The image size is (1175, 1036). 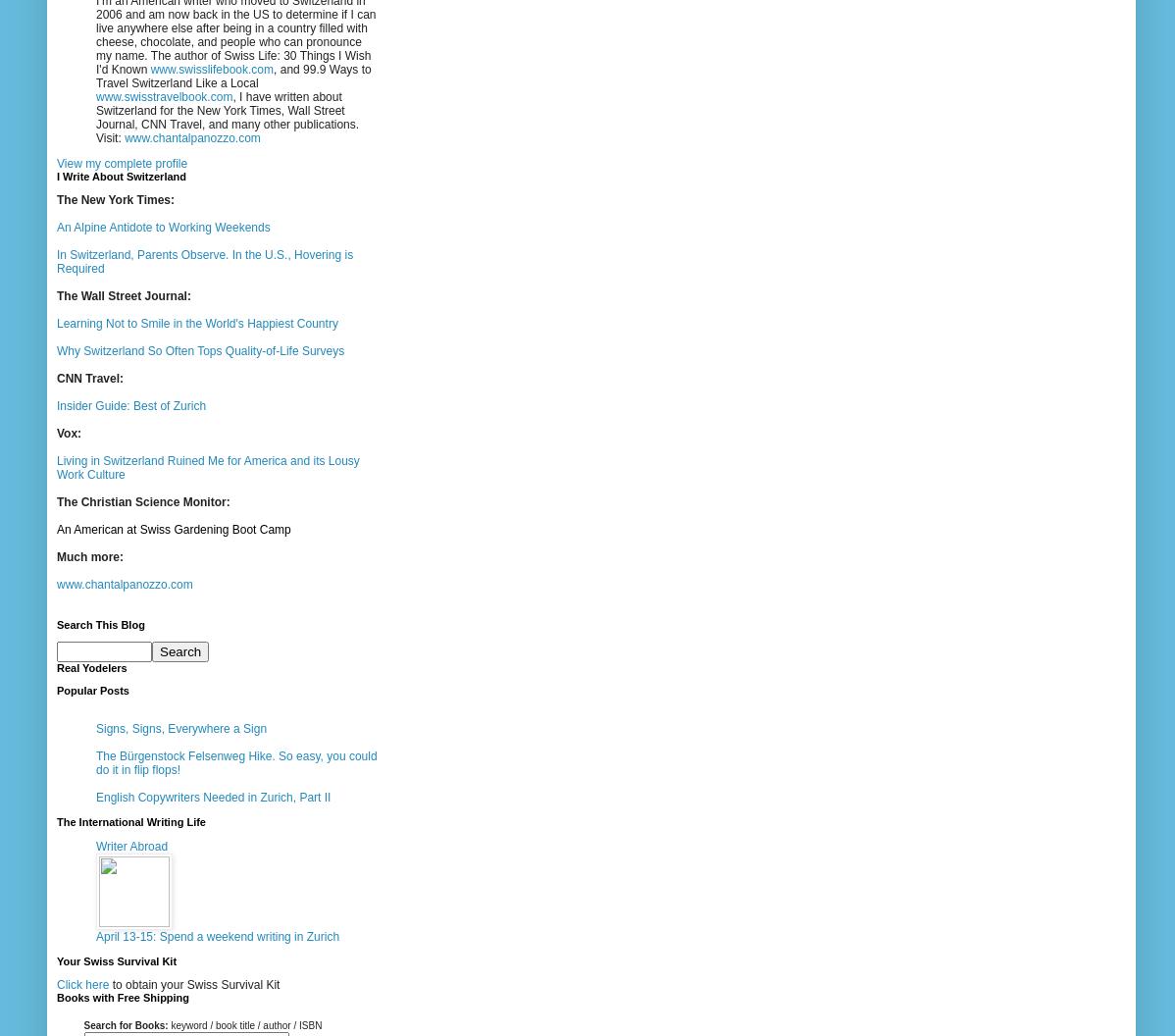 I want to click on 'Learning Not to Smile in the World's Happiest Country', so click(x=197, y=324).